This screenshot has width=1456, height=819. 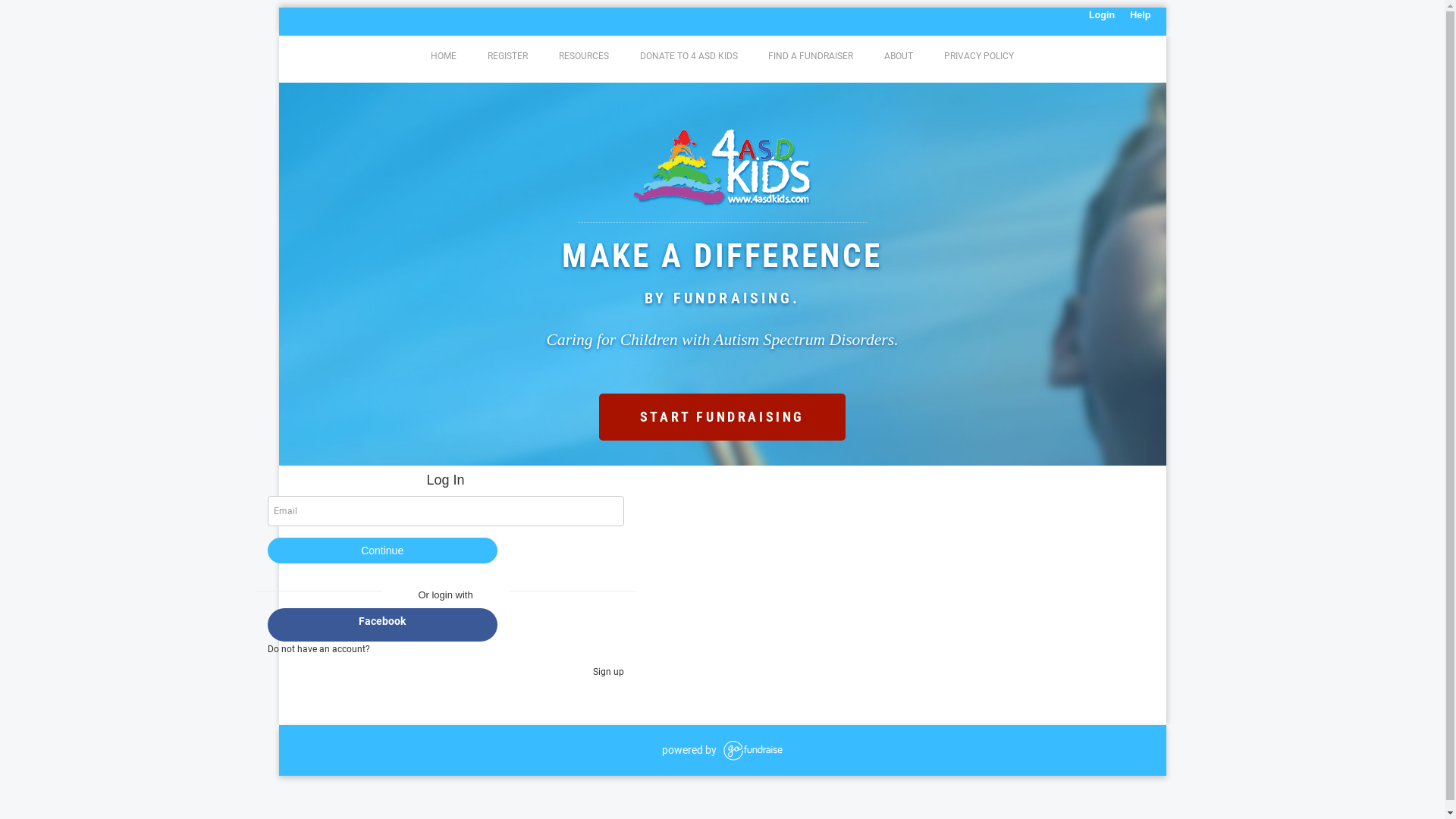 I want to click on 'PRIVACY POLICY', so click(x=978, y=55).